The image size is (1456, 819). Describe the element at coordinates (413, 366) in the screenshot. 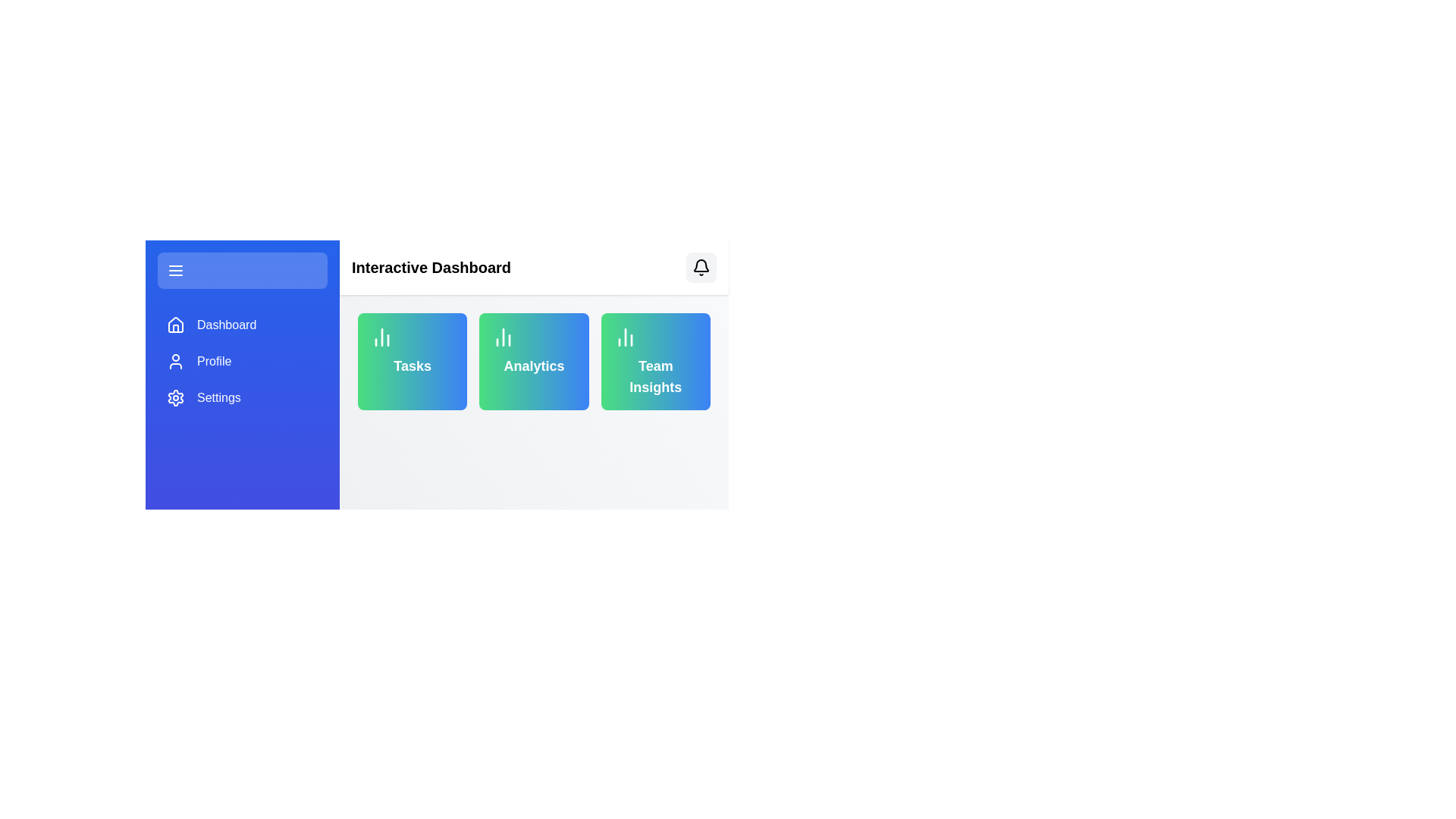

I see `text content of the 'Tasks' label located within the first card on the dashboard, positioned below the bar chart icon` at that location.